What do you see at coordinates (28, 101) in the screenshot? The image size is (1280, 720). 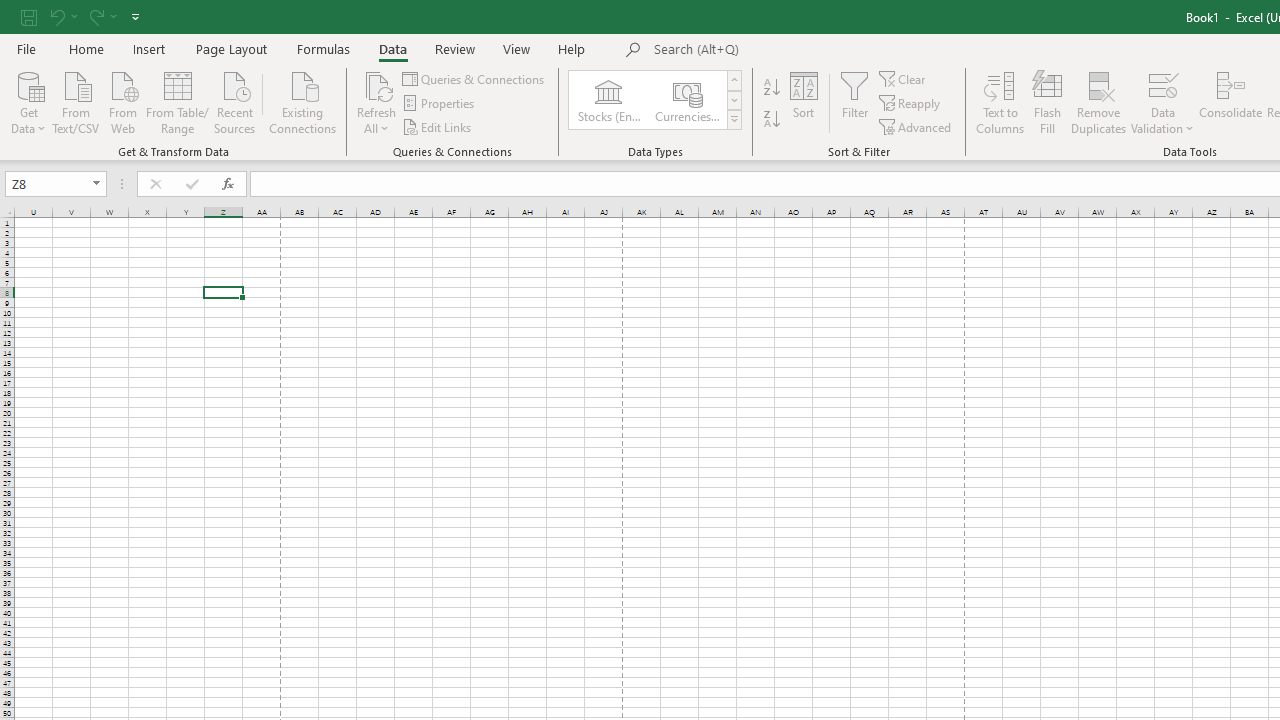 I see `'Get Data'` at bounding box center [28, 101].